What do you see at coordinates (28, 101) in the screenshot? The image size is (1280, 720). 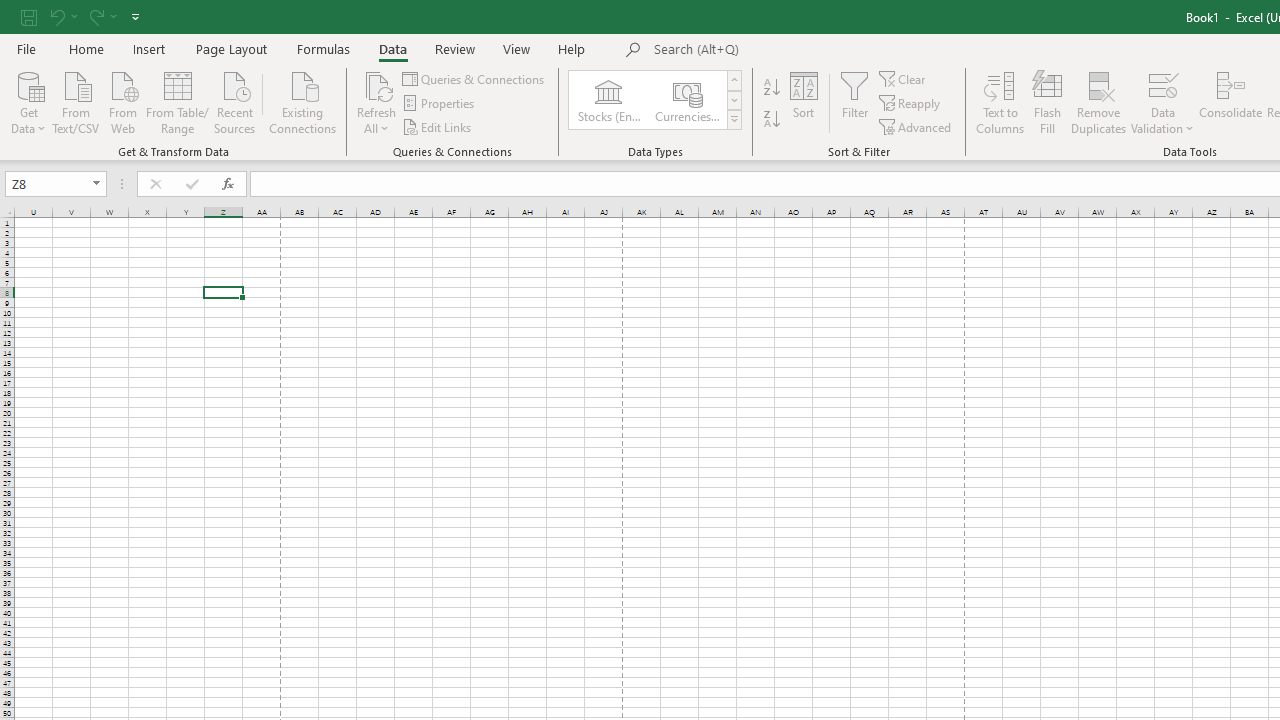 I see `'Get Data'` at bounding box center [28, 101].